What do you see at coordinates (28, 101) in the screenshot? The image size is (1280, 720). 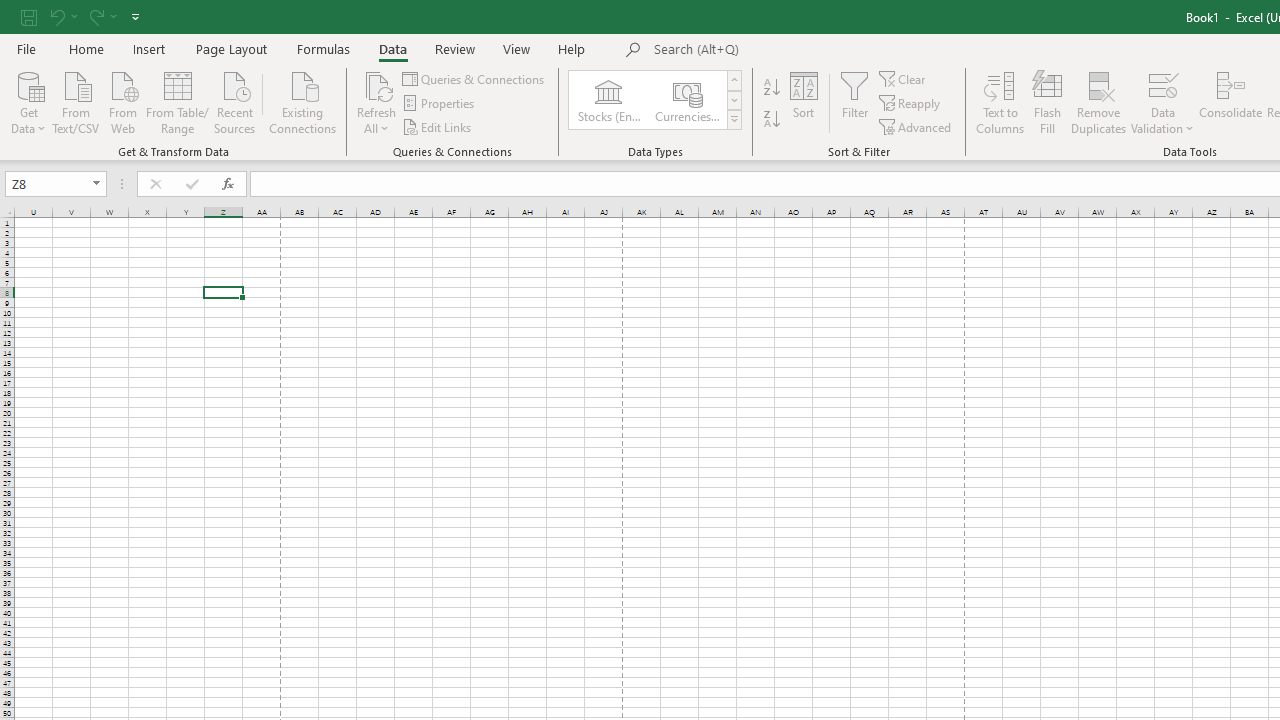 I see `'Get Data'` at bounding box center [28, 101].